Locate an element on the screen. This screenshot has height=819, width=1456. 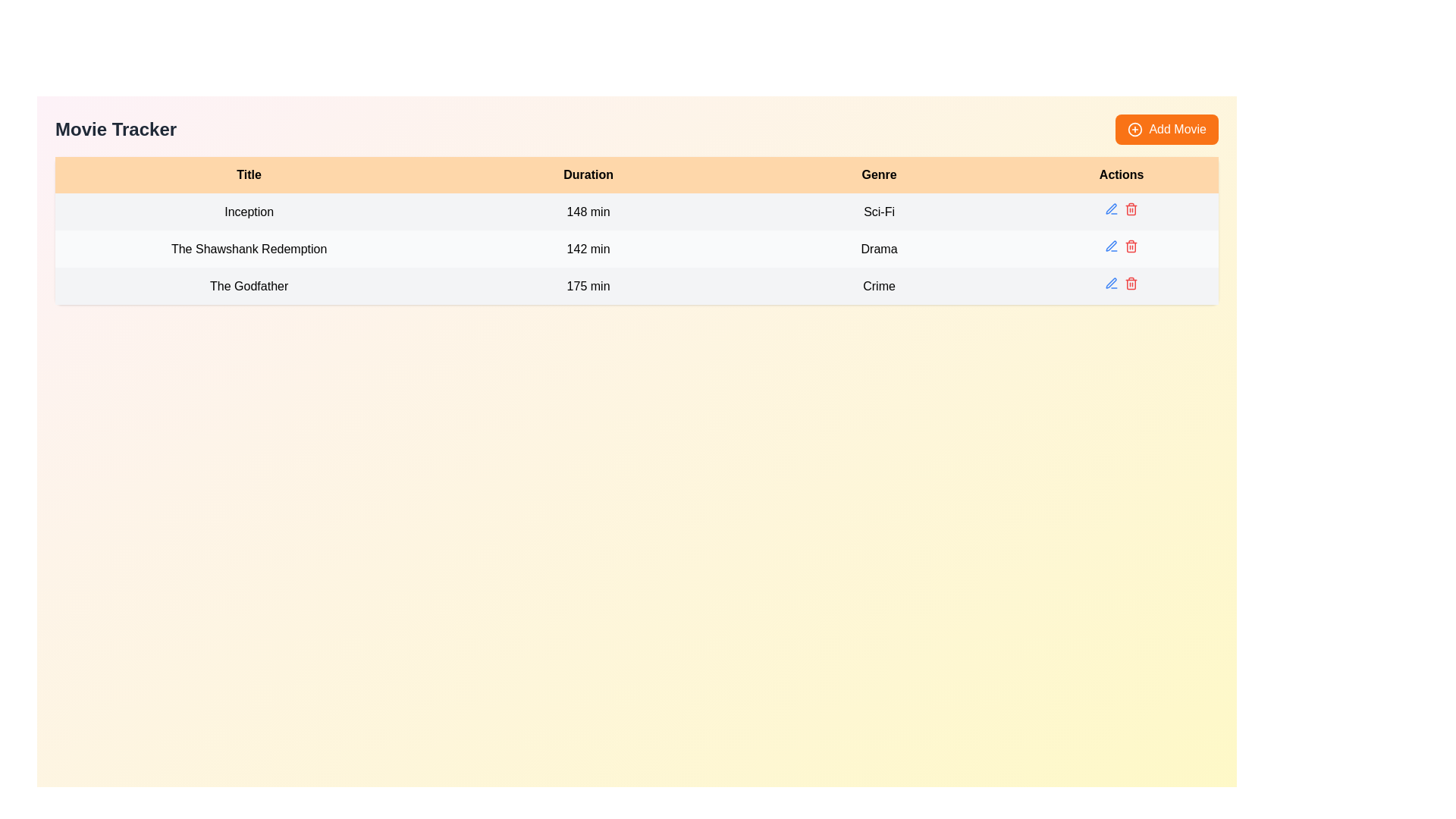
the text label displaying the genre 'Drama' for the movie 'The Shawshank Redemption' in the third column of the table is located at coordinates (879, 248).